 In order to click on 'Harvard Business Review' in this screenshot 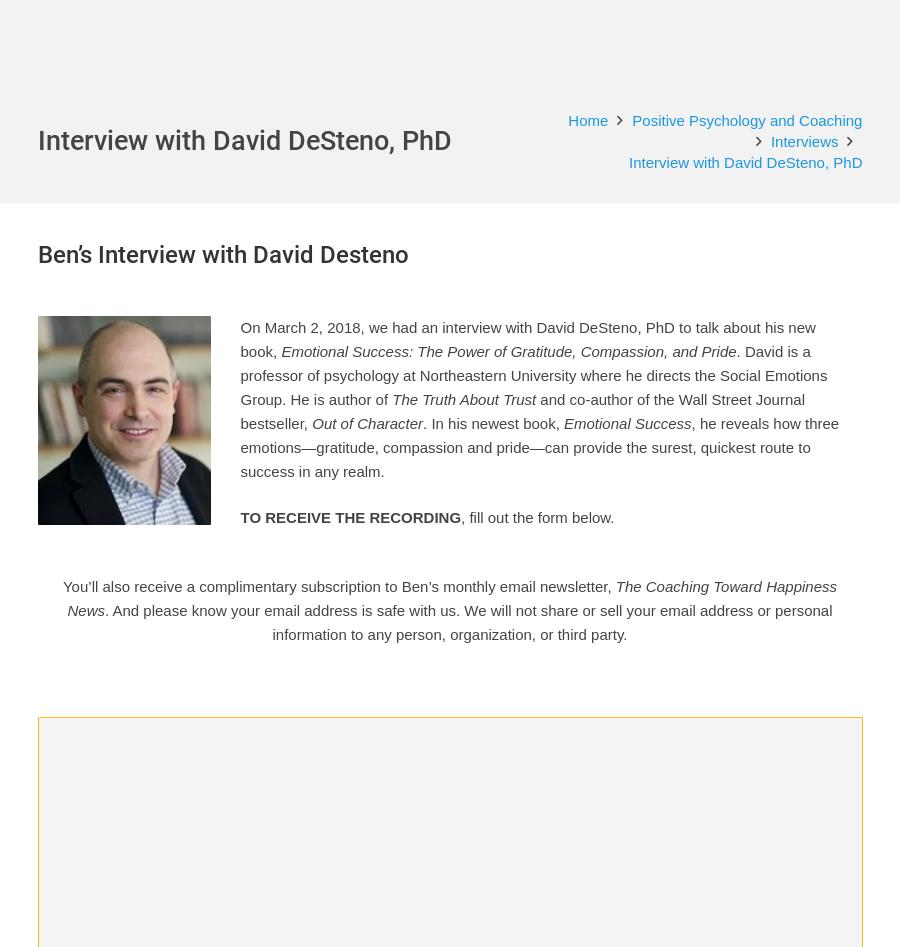, I will do `click(465, 786)`.